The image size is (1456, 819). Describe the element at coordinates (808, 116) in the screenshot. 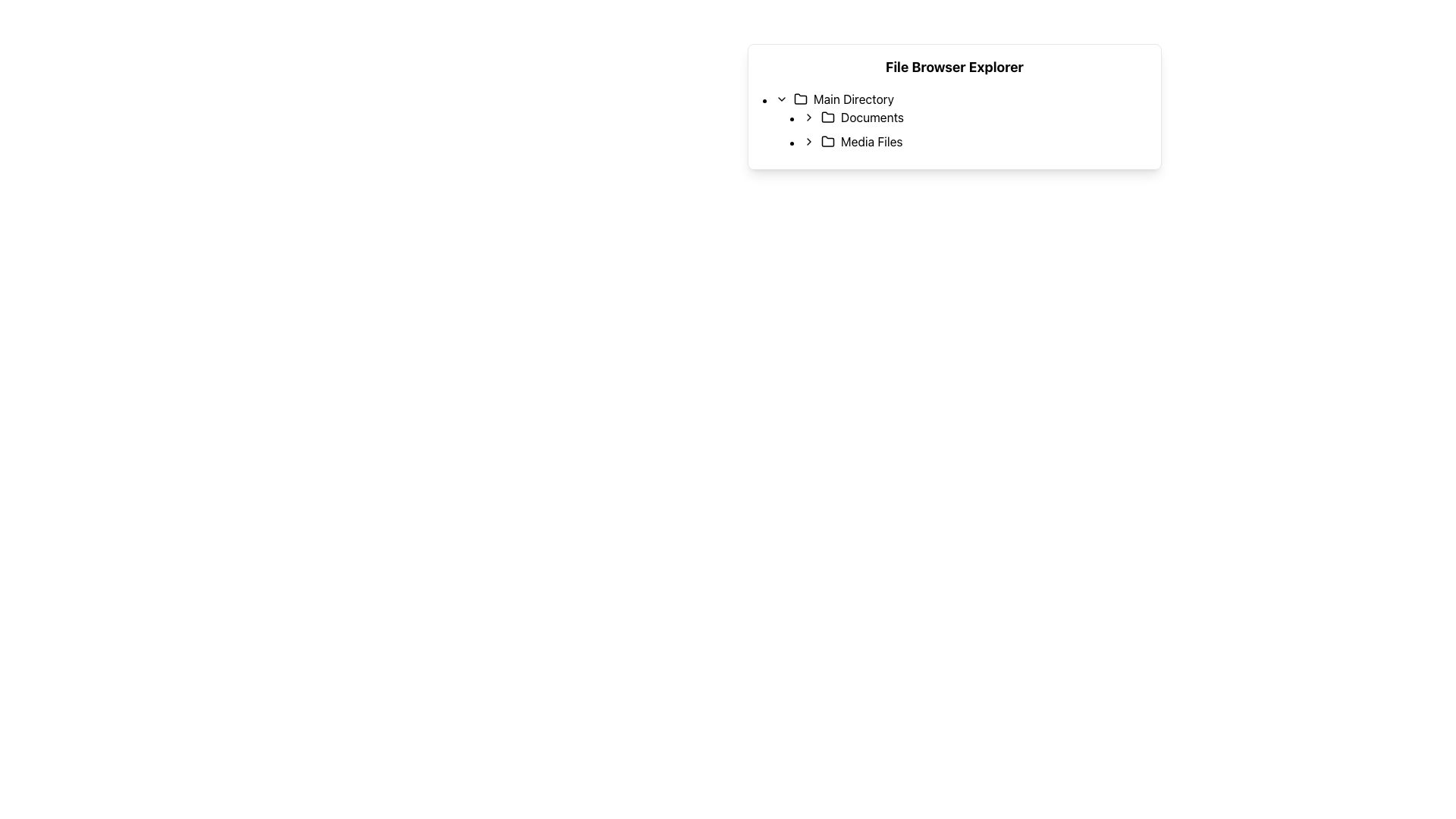

I see `the right-facing chevron icon next to the 'Documents' text` at that location.